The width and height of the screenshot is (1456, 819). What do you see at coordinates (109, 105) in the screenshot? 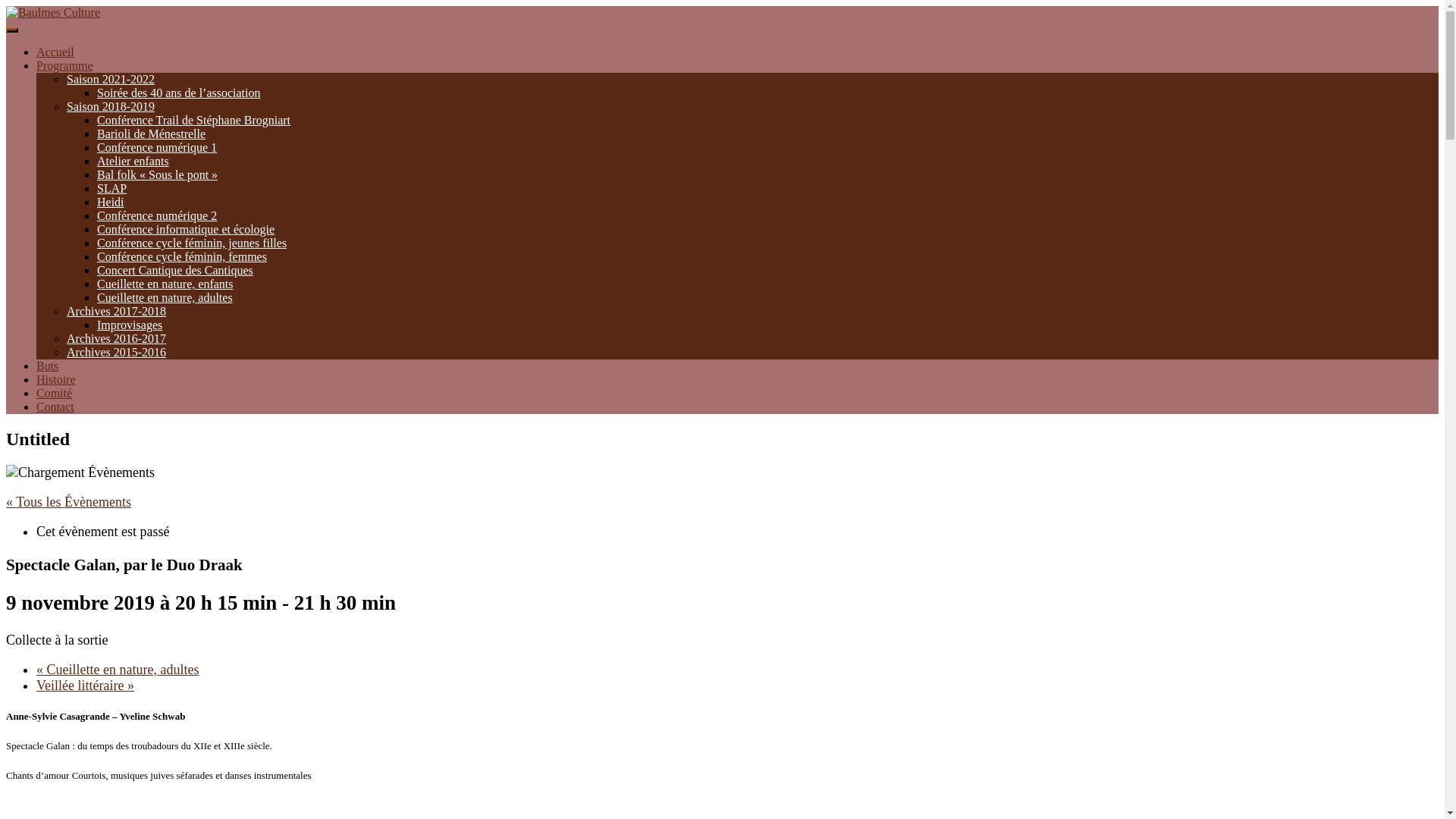
I see `'Saison 2018-2019'` at bounding box center [109, 105].